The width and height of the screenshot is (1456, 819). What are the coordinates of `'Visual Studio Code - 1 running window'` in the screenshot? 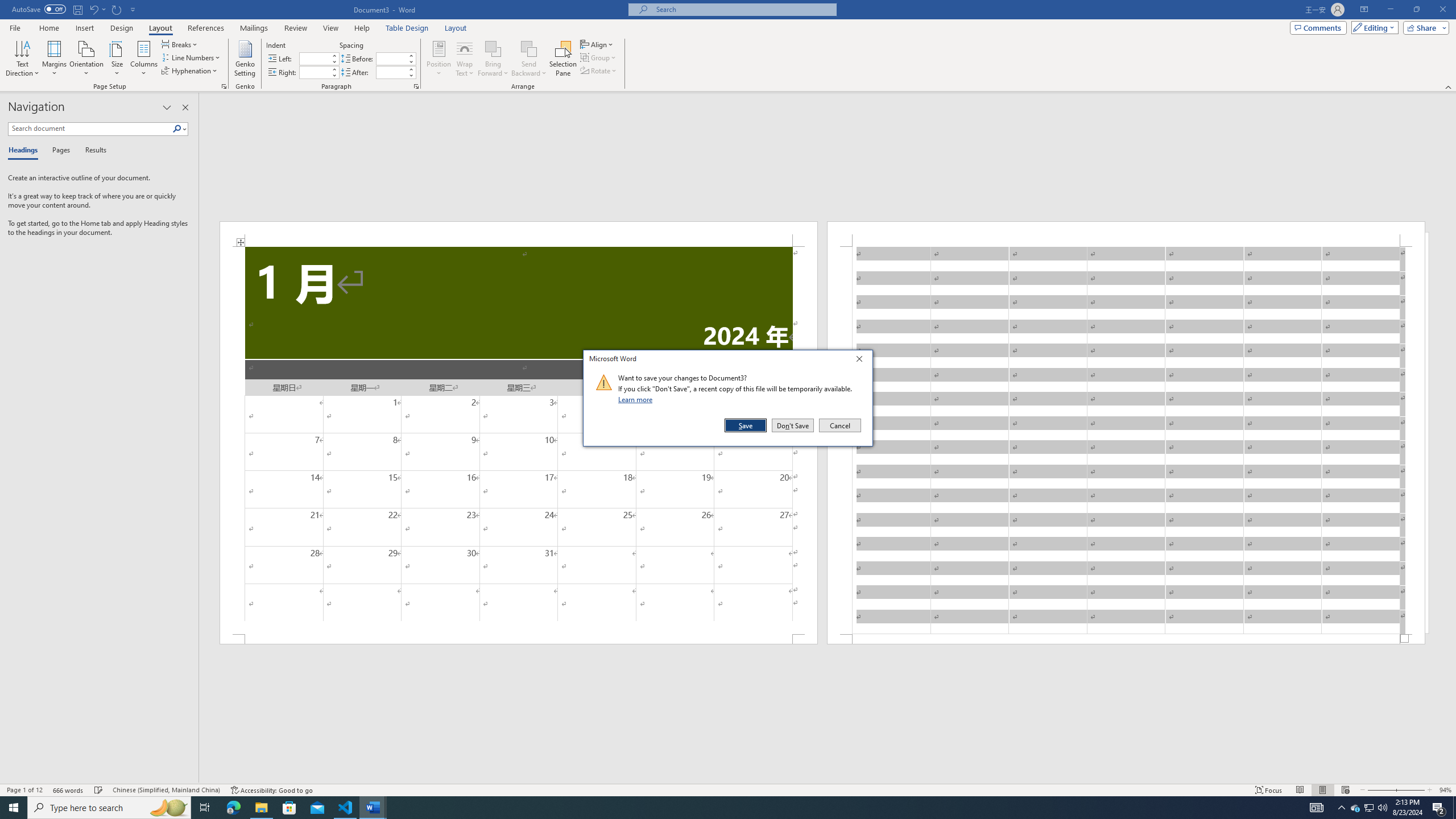 It's located at (345, 806).